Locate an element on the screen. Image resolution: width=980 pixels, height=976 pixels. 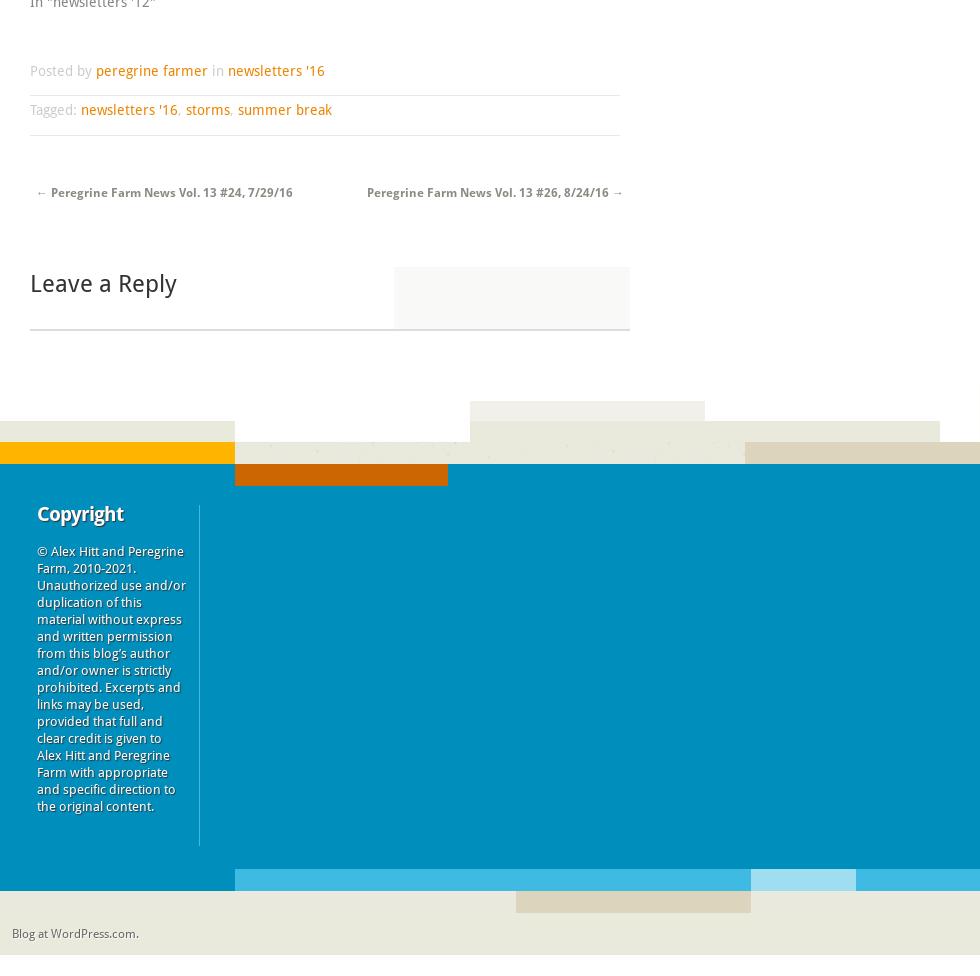
'Leave a Reply' is located at coordinates (29, 284).